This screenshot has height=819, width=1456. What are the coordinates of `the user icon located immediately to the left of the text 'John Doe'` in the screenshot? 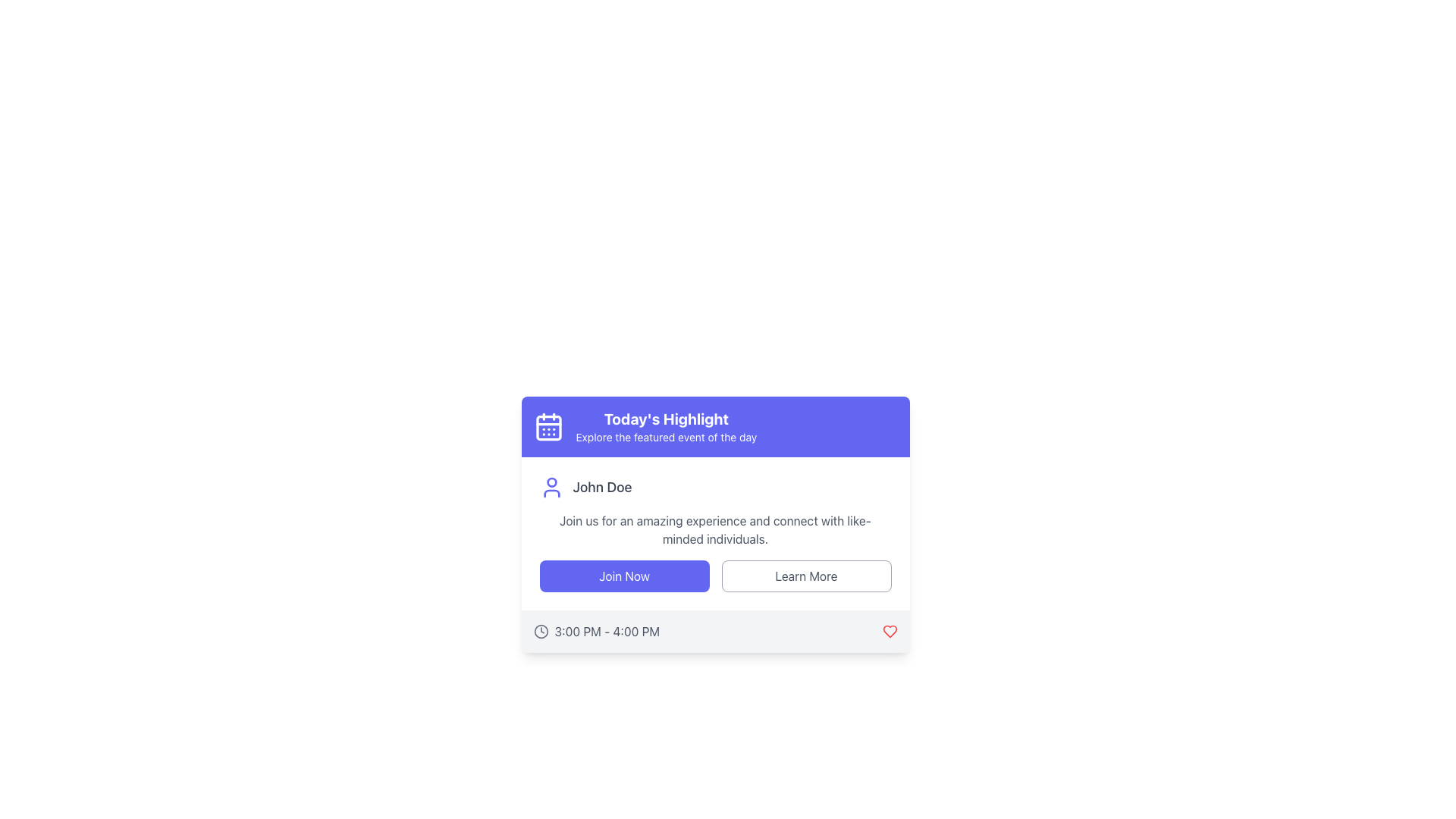 It's located at (551, 488).